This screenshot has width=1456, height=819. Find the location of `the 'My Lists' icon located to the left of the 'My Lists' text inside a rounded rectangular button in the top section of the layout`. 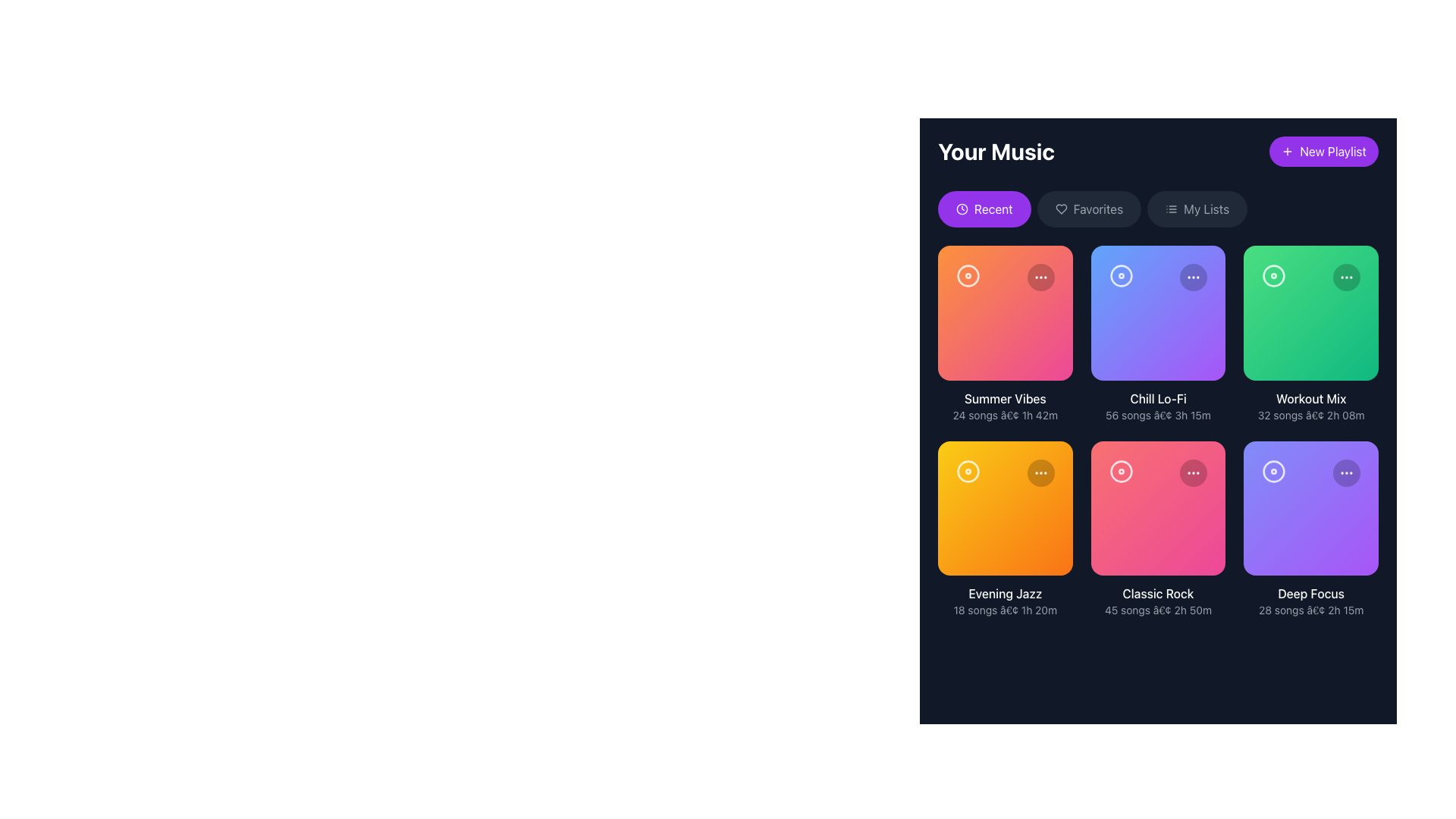

the 'My Lists' icon located to the left of the 'My Lists' text inside a rounded rectangular button in the top section of the layout is located at coordinates (1171, 209).